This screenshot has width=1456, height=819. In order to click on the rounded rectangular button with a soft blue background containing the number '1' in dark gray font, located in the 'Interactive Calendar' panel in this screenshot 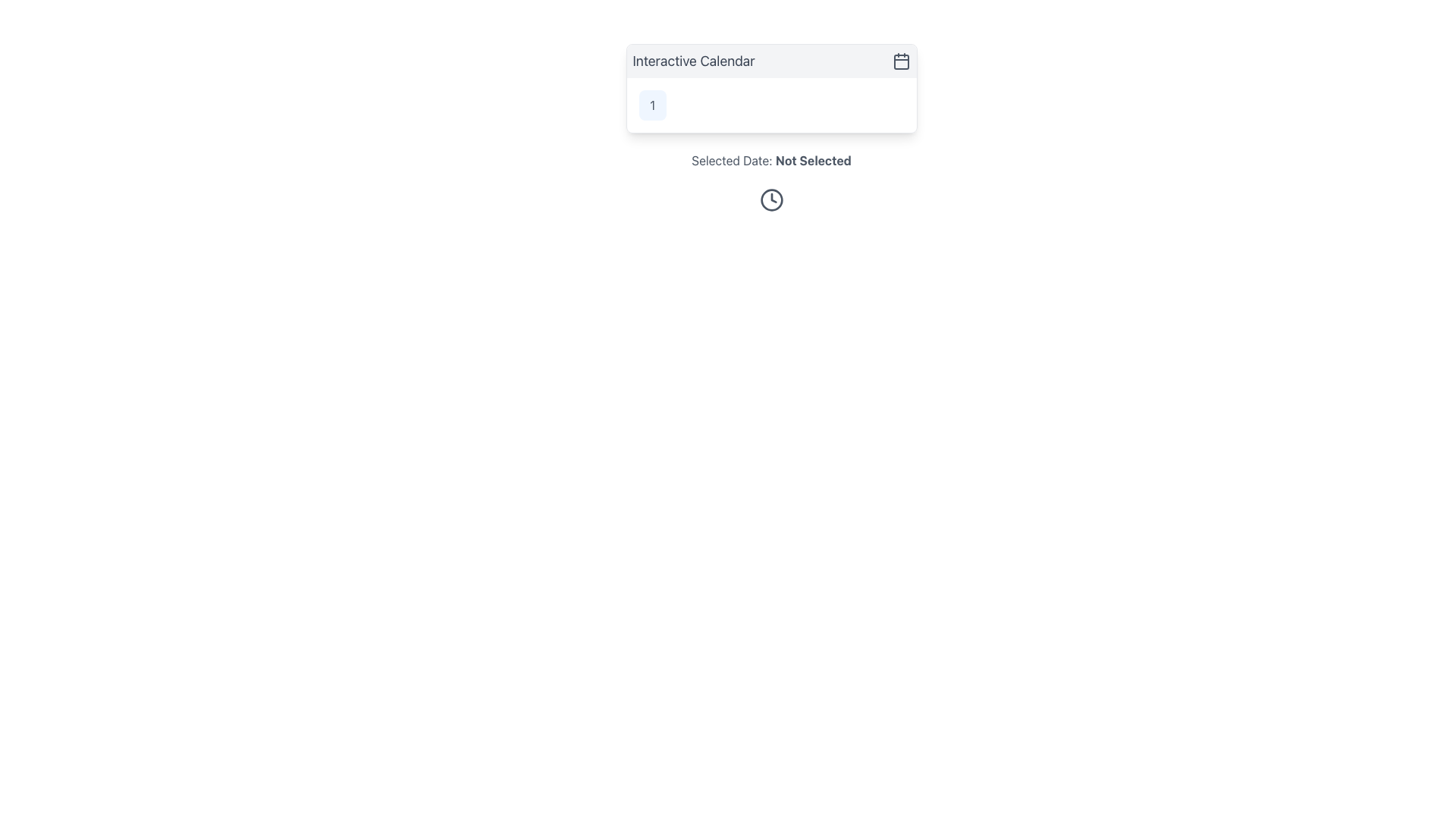, I will do `click(652, 104)`.